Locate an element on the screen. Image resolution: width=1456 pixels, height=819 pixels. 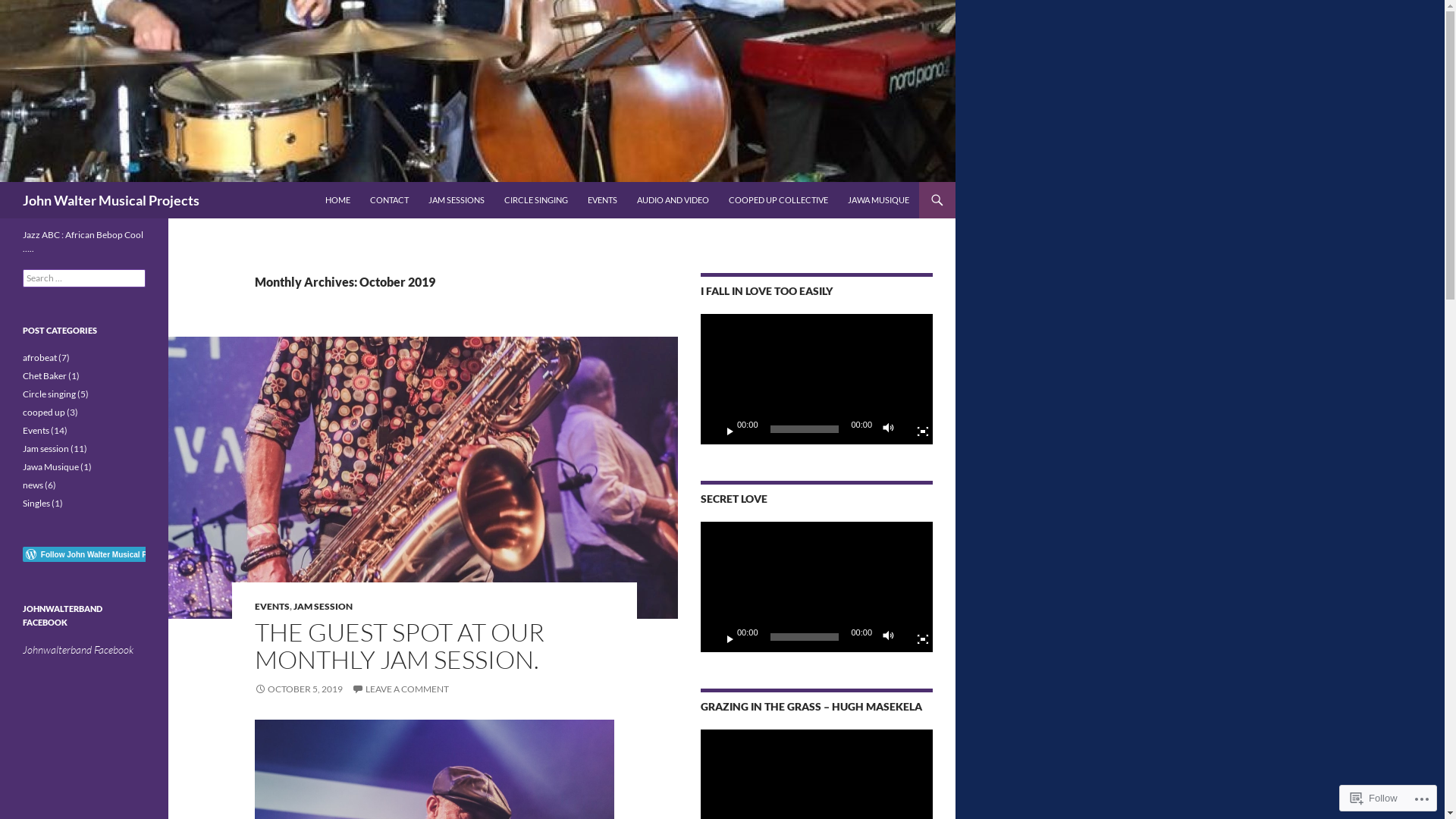
'news' is located at coordinates (33, 485).